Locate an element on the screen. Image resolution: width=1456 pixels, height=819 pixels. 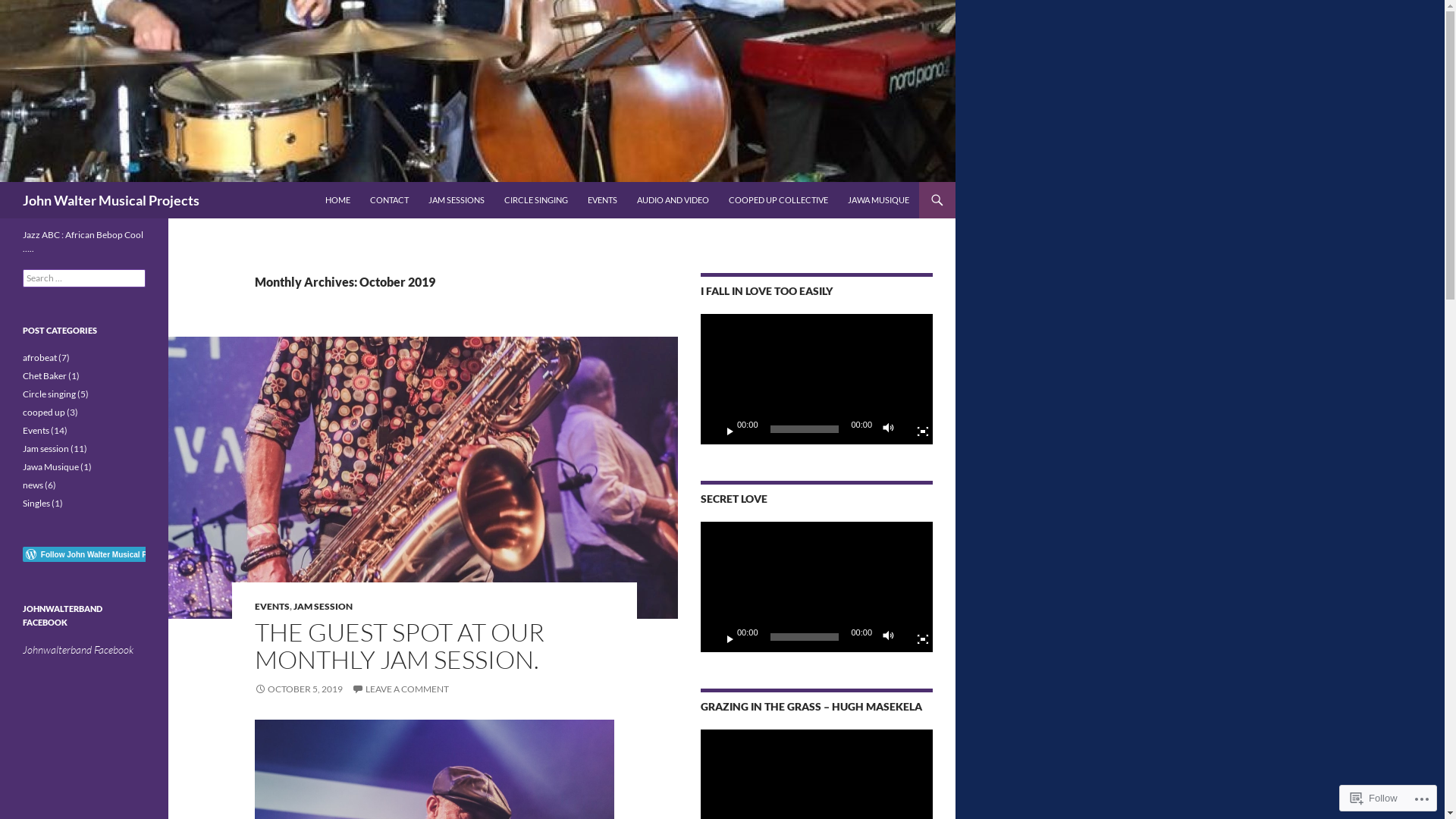
'news' is located at coordinates (33, 485).